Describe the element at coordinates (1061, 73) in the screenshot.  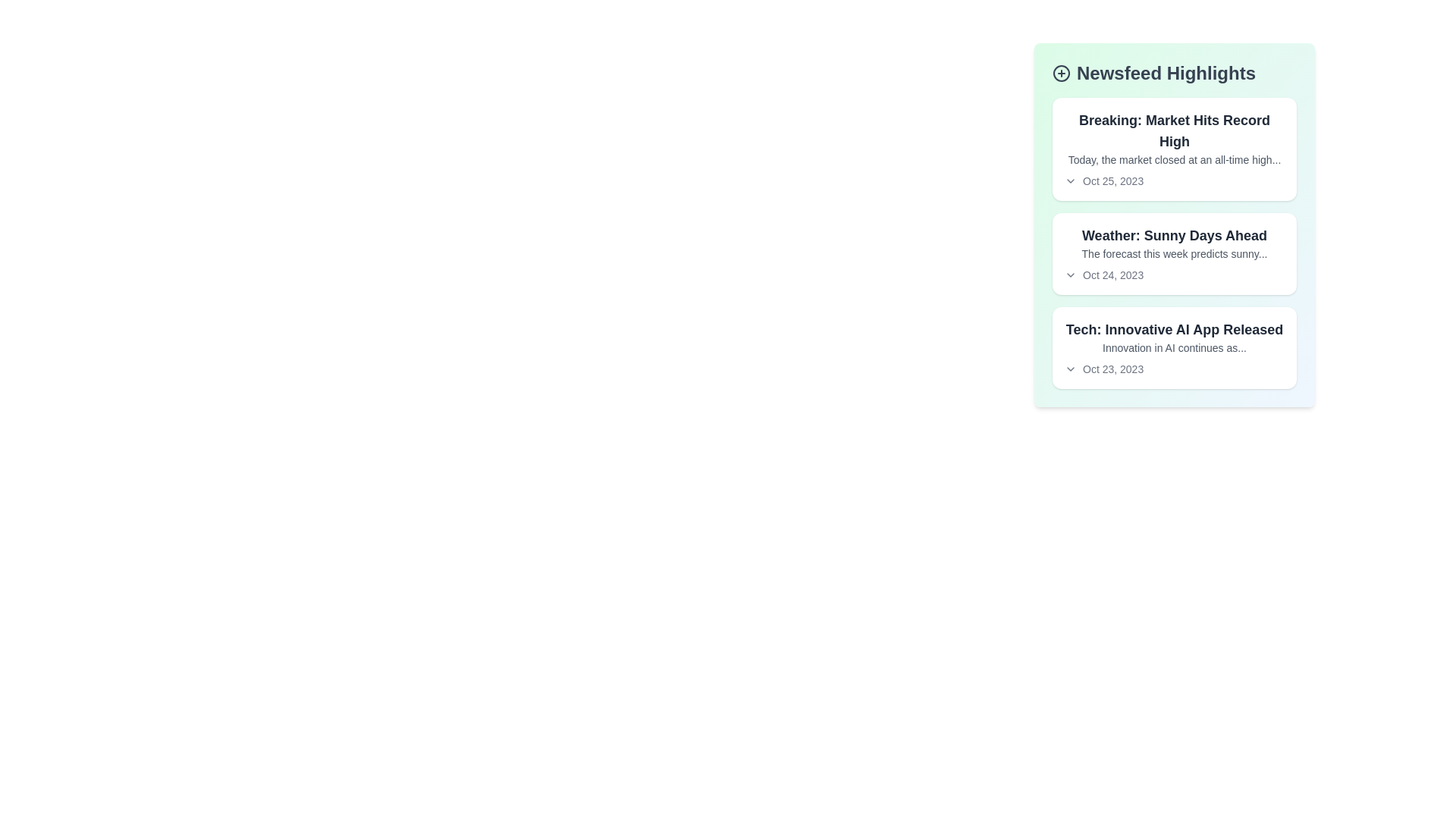
I see `the '+' icon in the heading of the NewsFeed component` at that location.